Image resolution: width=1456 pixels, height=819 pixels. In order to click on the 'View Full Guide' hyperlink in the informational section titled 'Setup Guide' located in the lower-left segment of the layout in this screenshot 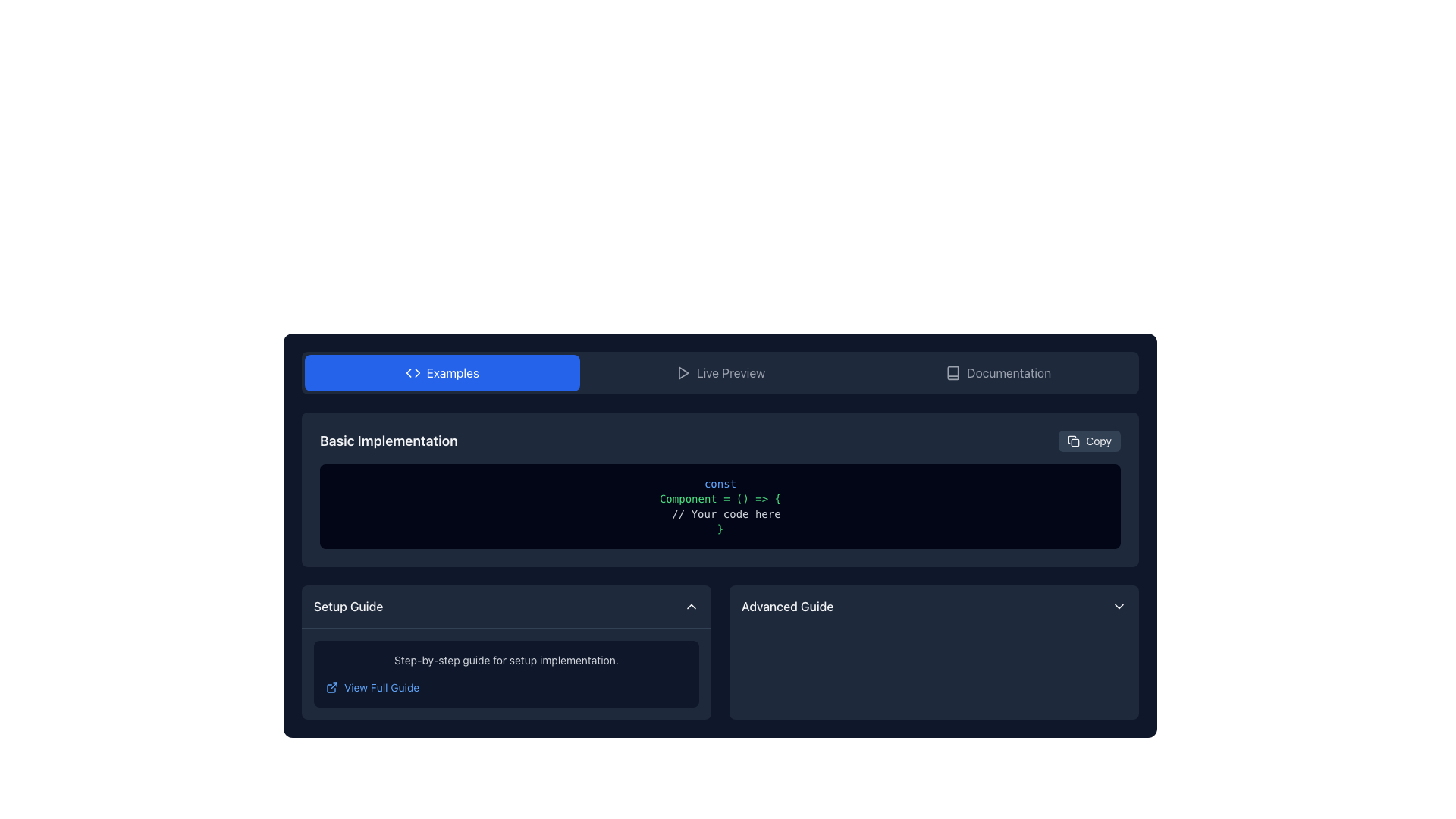, I will do `click(506, 651)`.